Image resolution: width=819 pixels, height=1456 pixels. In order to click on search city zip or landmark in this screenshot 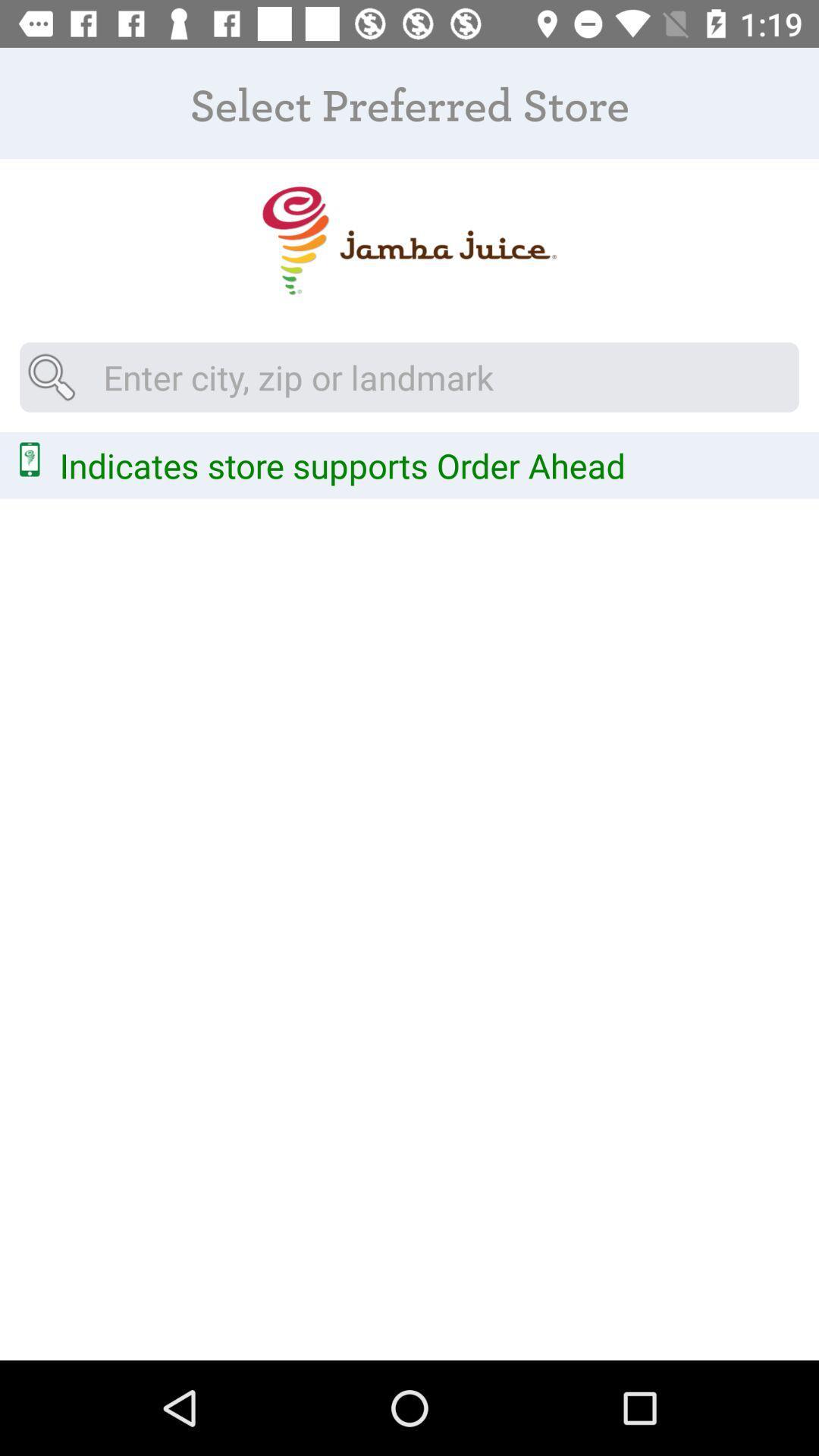, I will do `click(409, 377)`.